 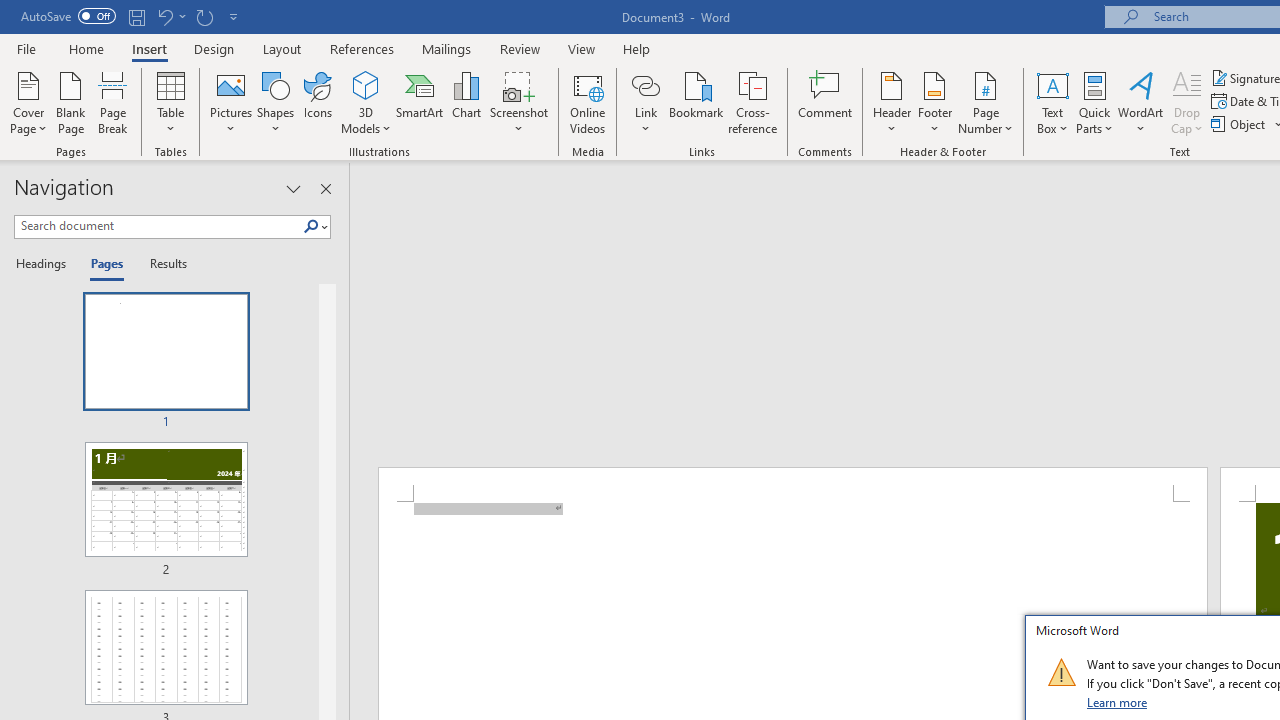 I want to click on 'Quick Parts', so click(x=1094, y=103).